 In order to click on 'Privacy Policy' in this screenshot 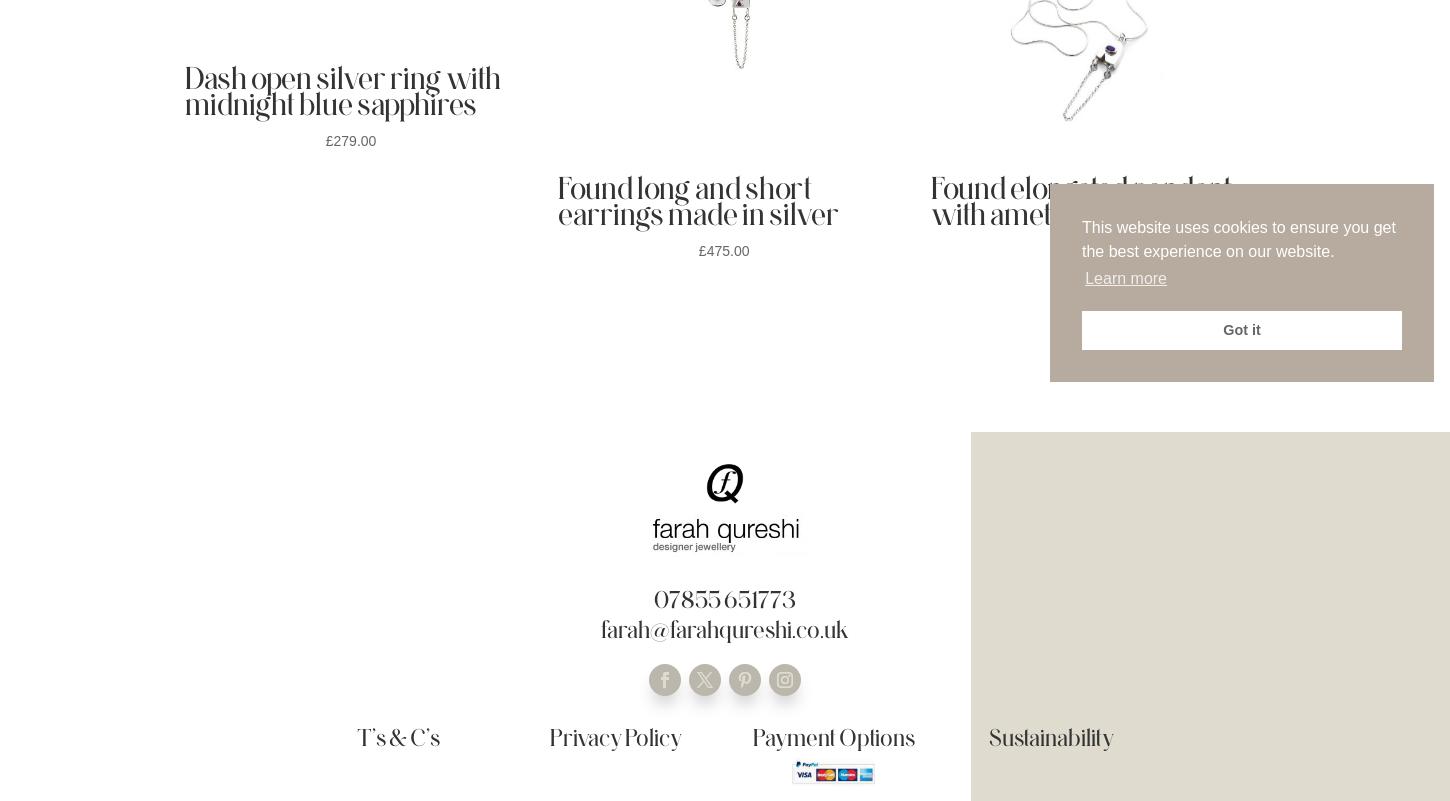, I will do `click(614, 737)`.